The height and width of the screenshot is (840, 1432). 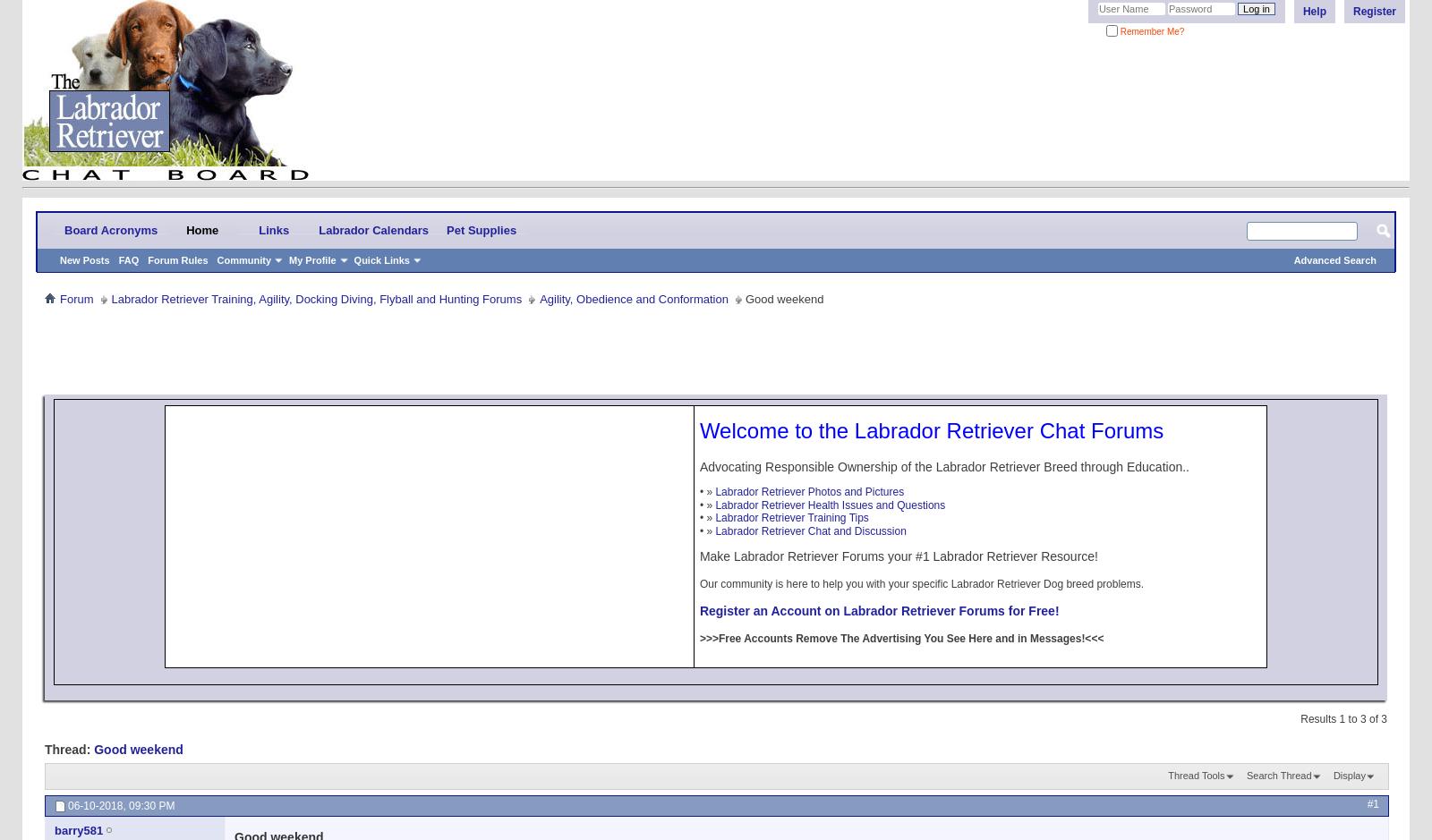 I want to click on 'Labrador Retriever Chat and Discussion', so click(x=715, y=531).